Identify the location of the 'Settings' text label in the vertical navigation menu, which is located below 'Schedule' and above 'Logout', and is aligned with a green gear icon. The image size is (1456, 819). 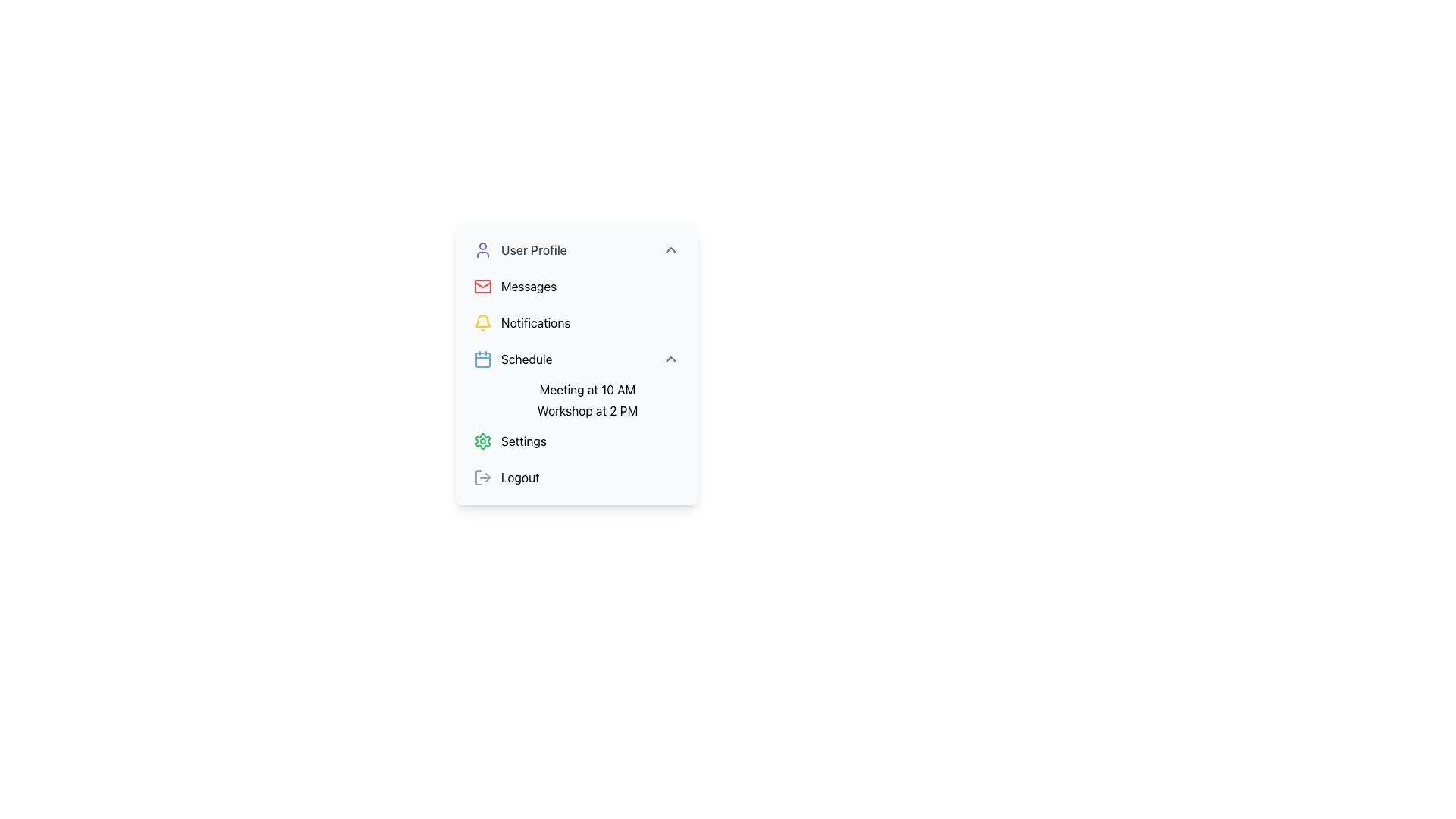
(524, 441).